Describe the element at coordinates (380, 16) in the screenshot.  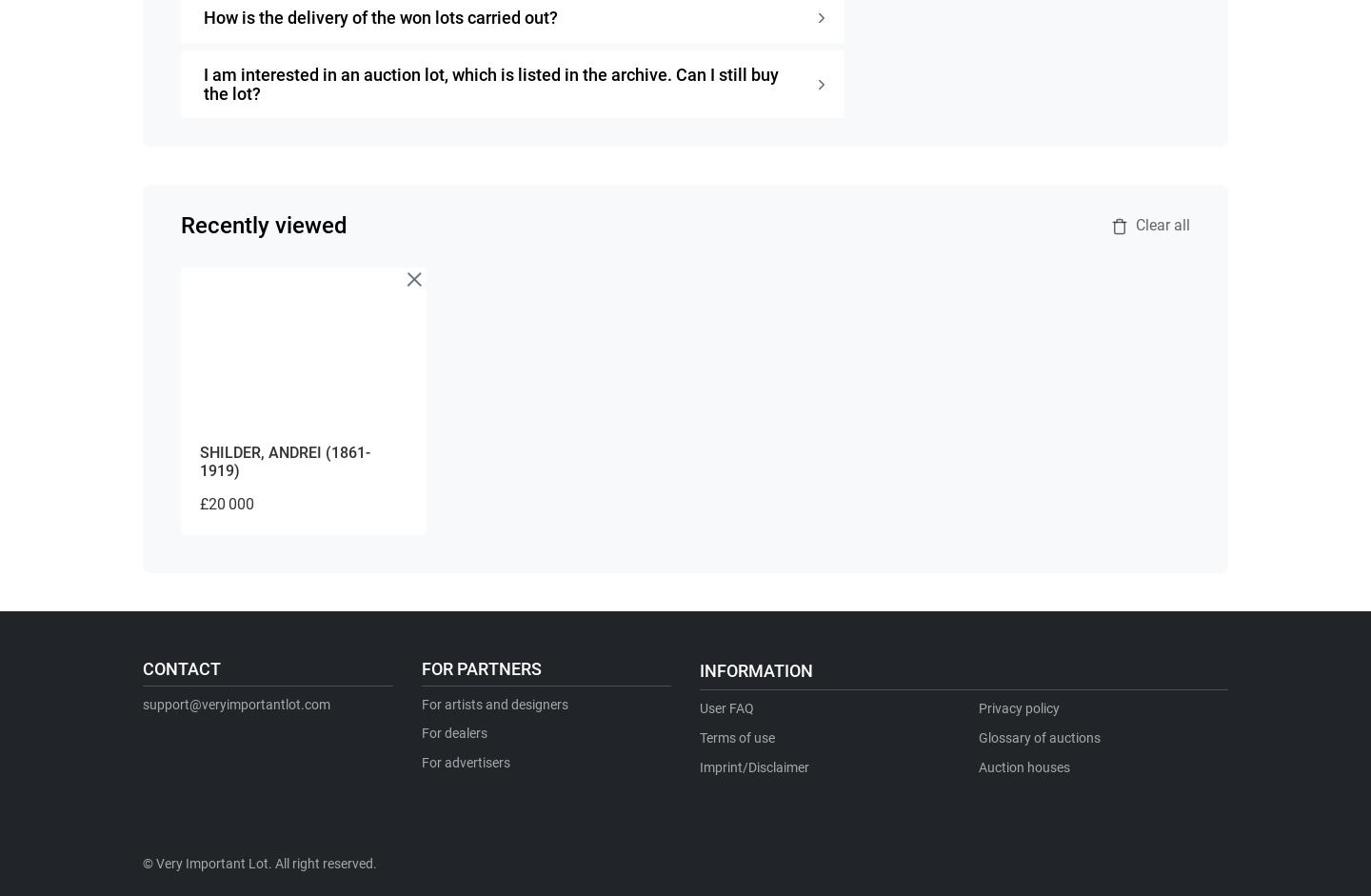
I see `'How is the delivery of the won lots carried out?'` at that location.